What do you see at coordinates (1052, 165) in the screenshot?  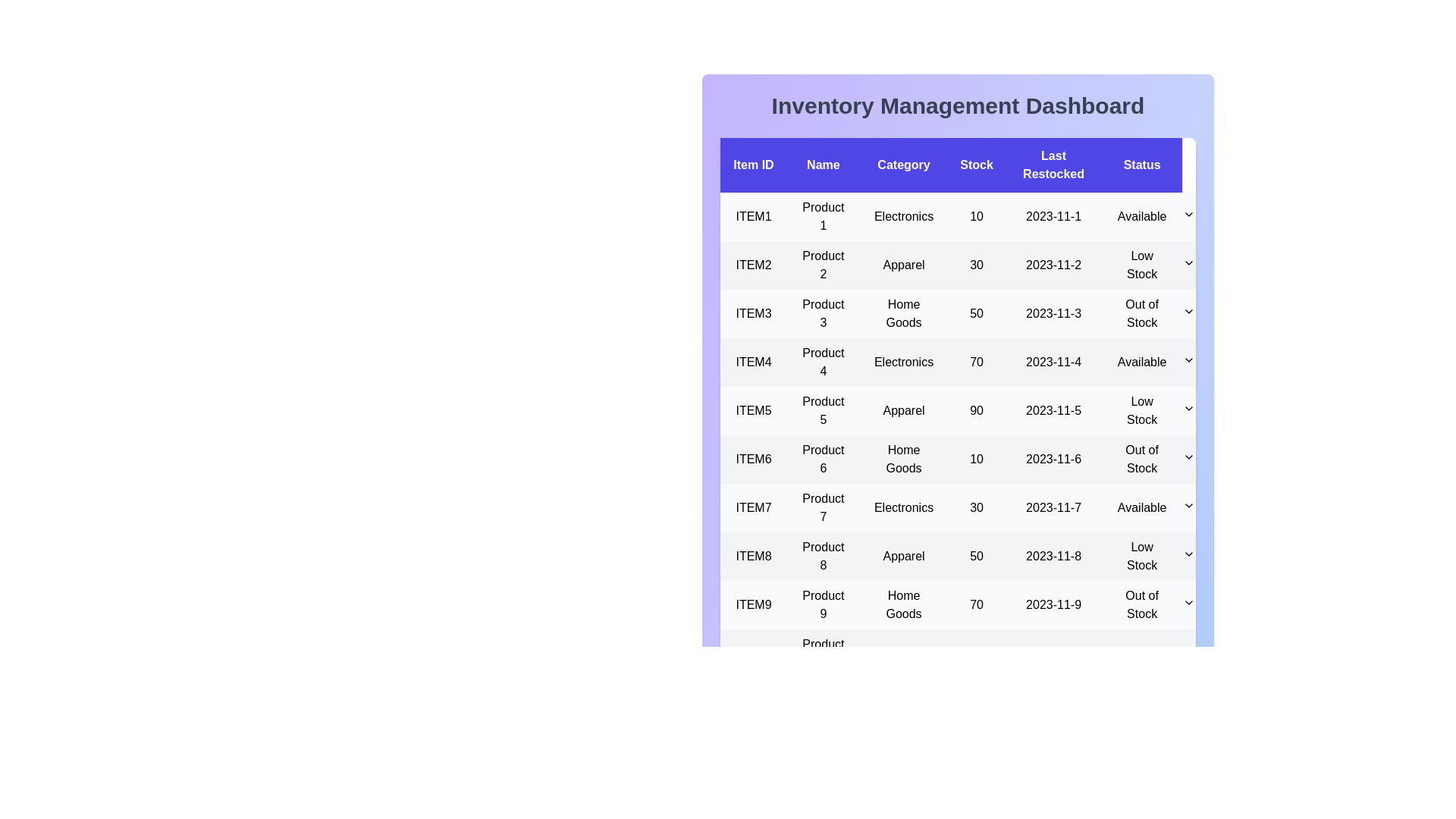 I see `the column header Last Restocked to sort the data by that column` at bounding box center [1052, 165].